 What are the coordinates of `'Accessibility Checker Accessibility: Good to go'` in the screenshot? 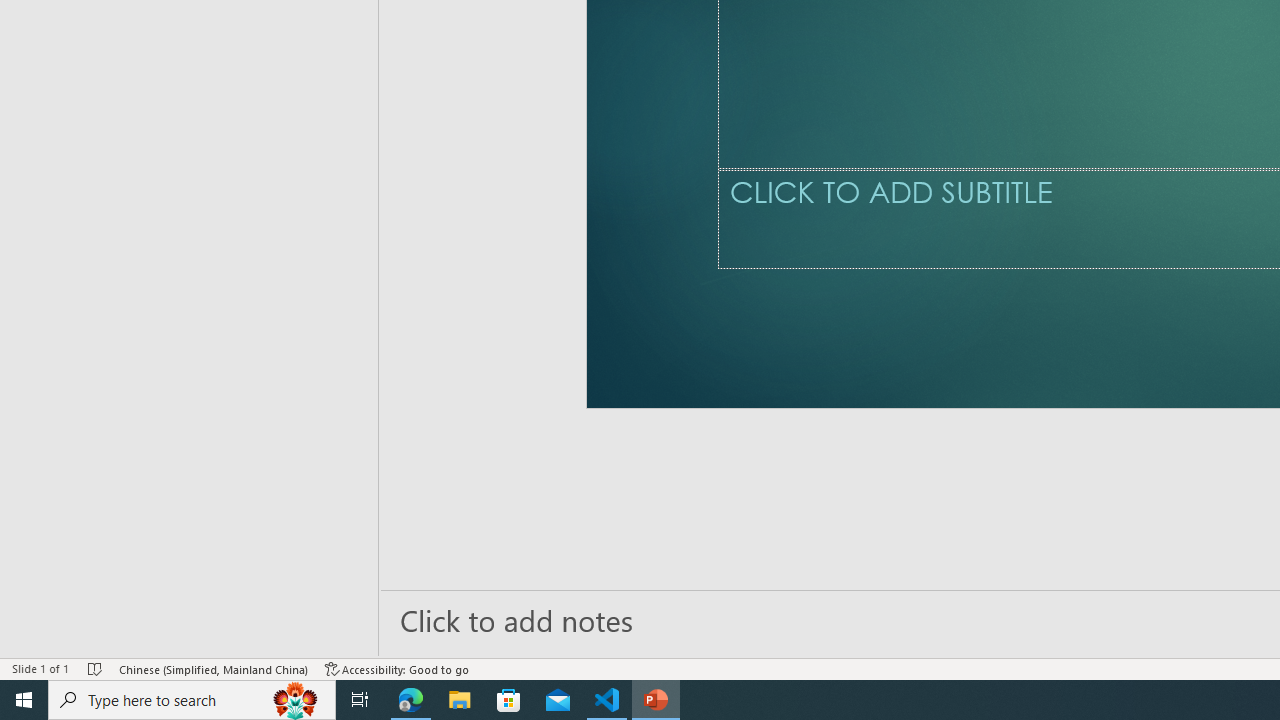 It's located at (397, 669).